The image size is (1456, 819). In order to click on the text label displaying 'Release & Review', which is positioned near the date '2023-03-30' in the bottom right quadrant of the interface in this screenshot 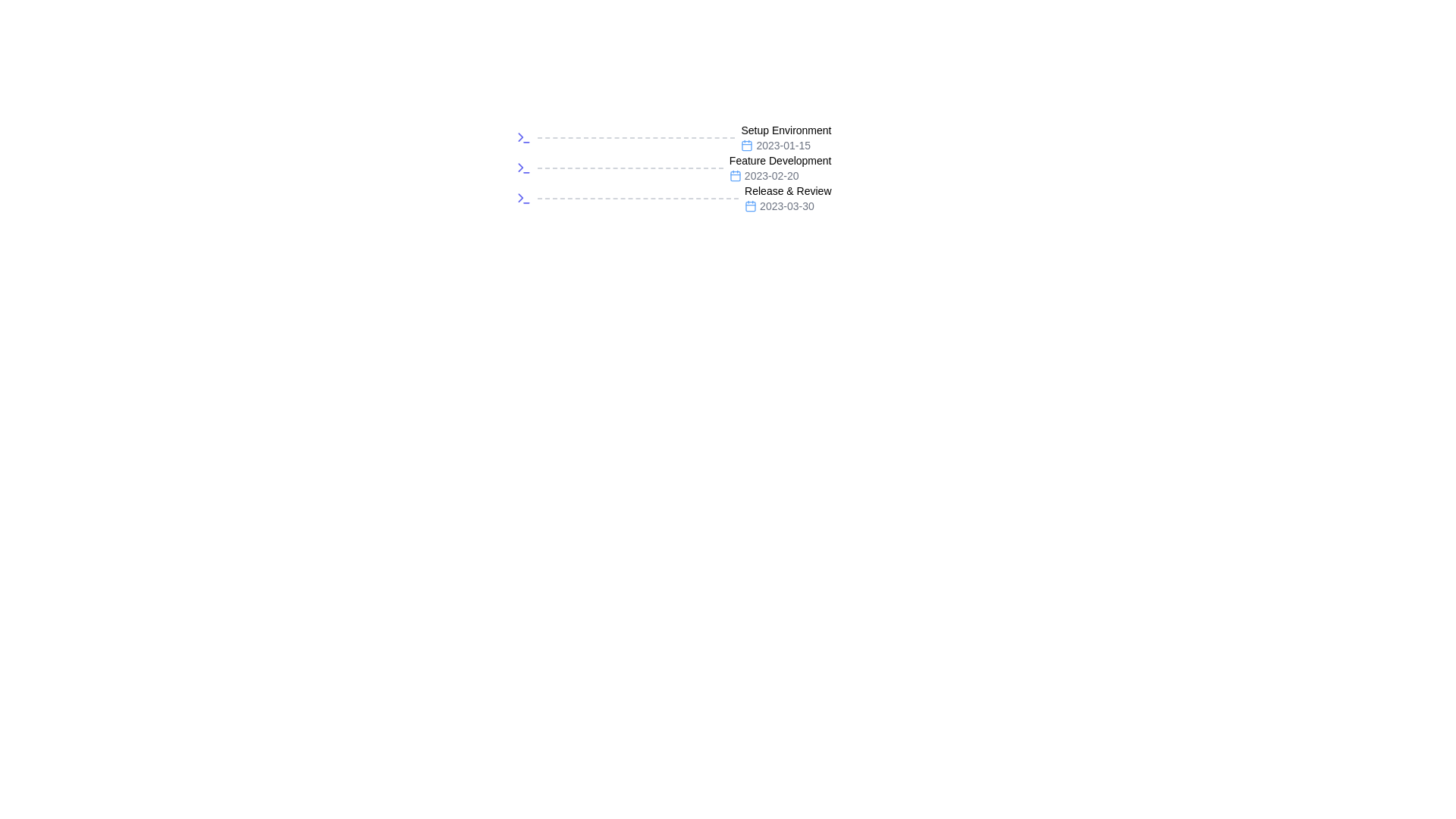, I will do `click(788, 190)`.